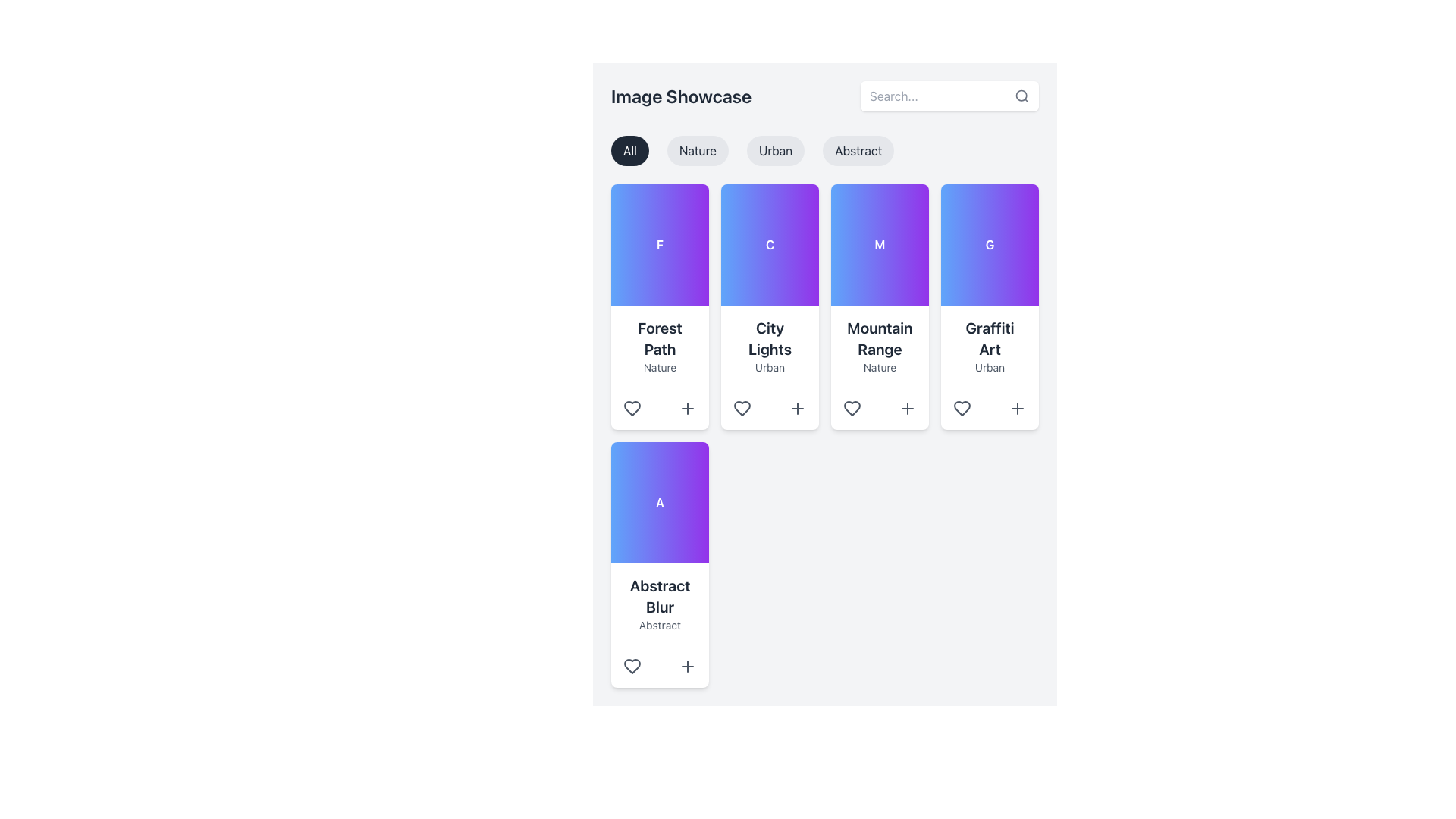  What do you see at coordinates (907, 408) in the screenshot?
I see `the '+' icon located in the 'Mountain Range' card, positioned to the right of the heart icon at the bottom` at bounding box center [907, 408].